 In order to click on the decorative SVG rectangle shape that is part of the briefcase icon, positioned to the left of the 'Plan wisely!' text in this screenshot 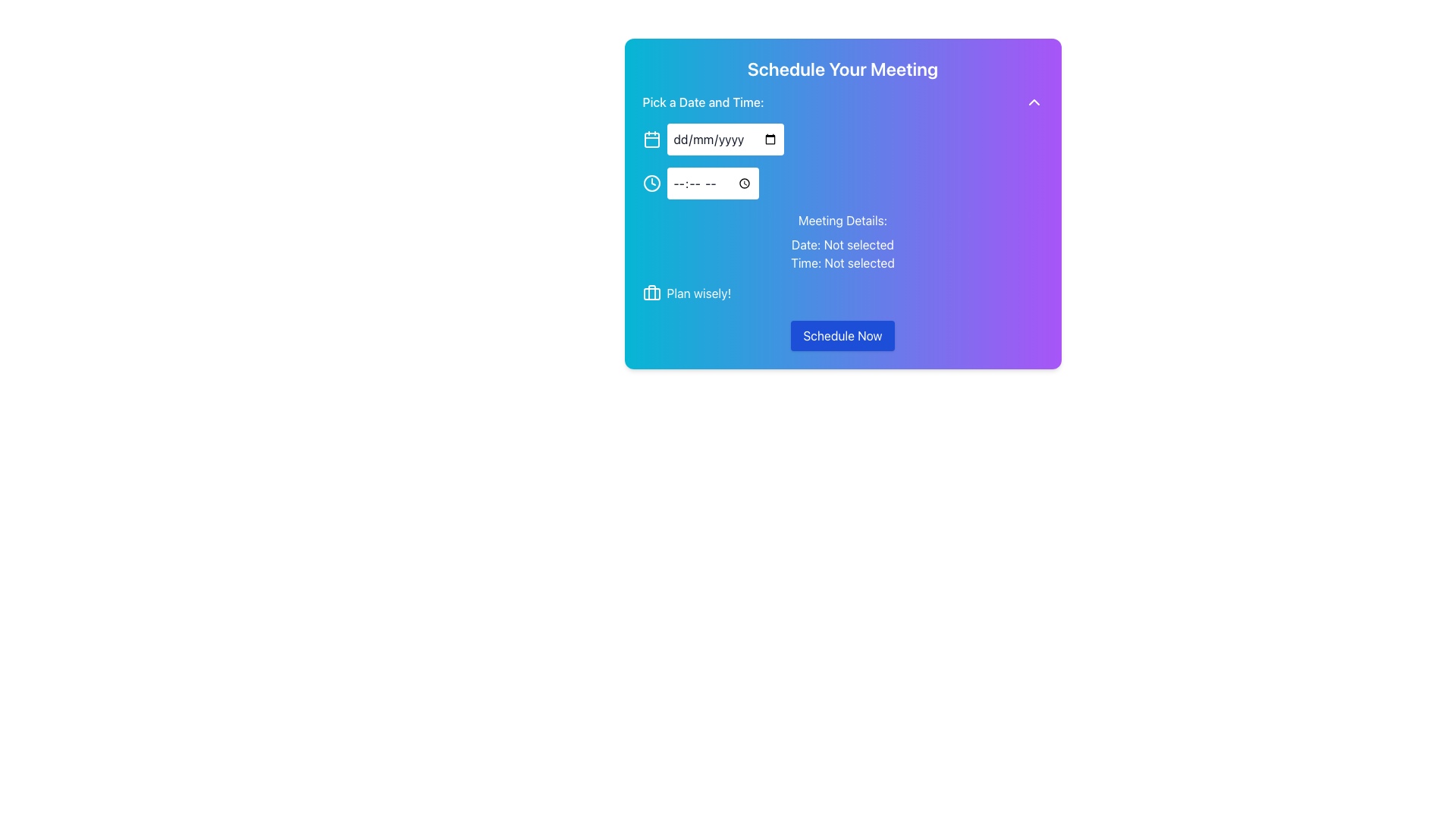, I will do `click(651, 294)`.